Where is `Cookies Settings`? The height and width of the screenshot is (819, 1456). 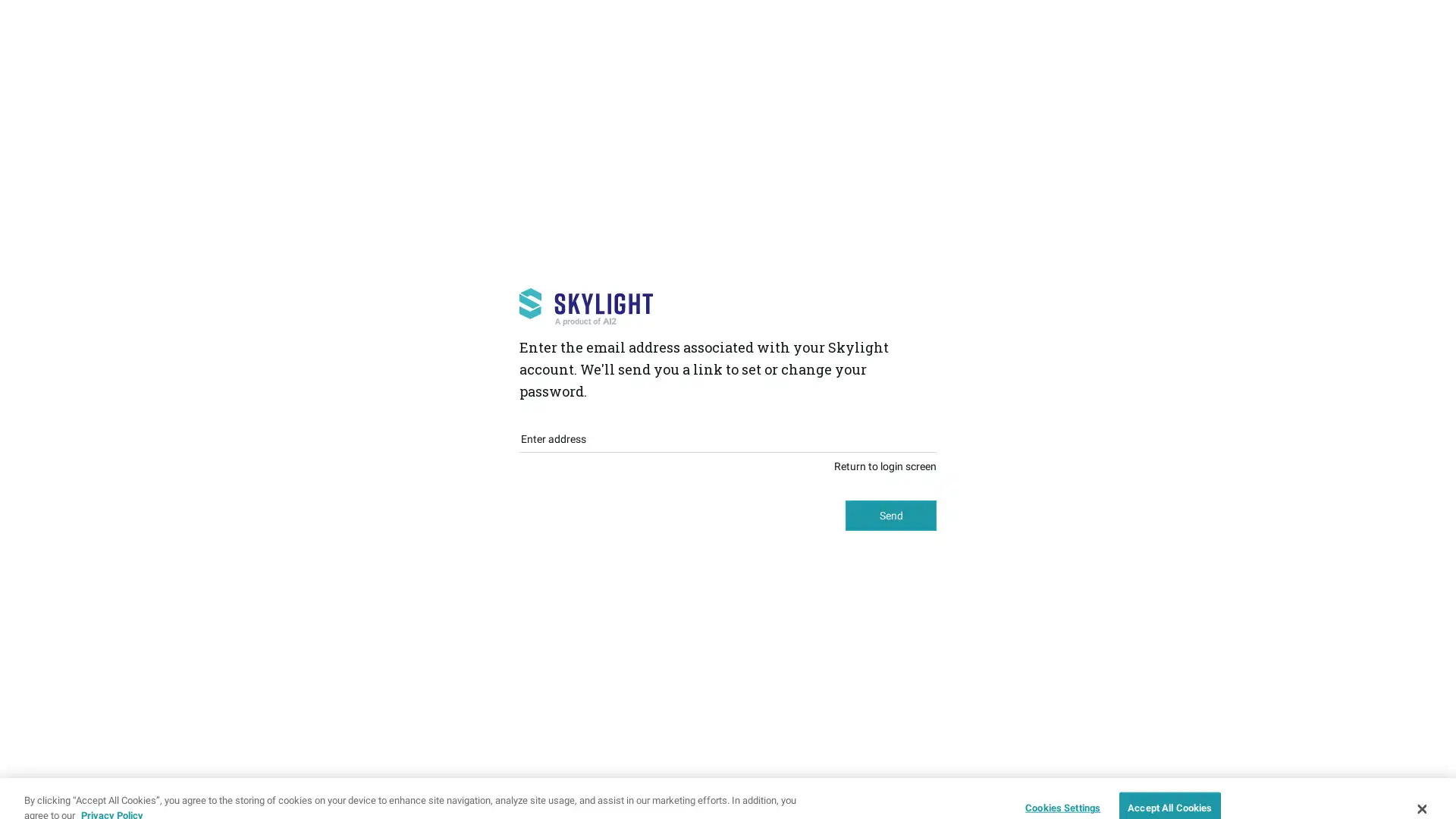 Cookies Settings is located at coordinates (1058, 786).